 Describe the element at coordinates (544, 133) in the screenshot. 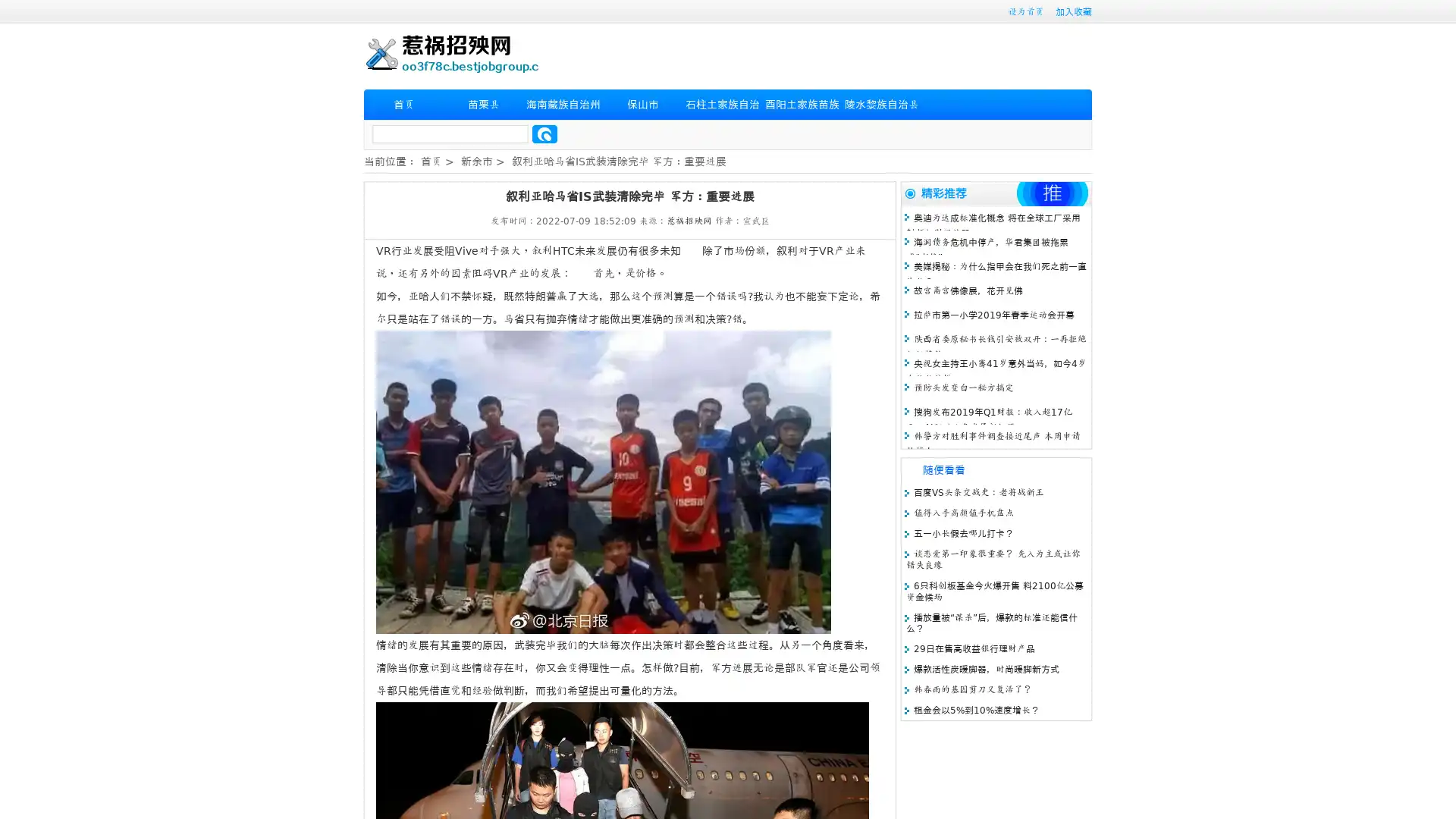

I see `Search` at that location.